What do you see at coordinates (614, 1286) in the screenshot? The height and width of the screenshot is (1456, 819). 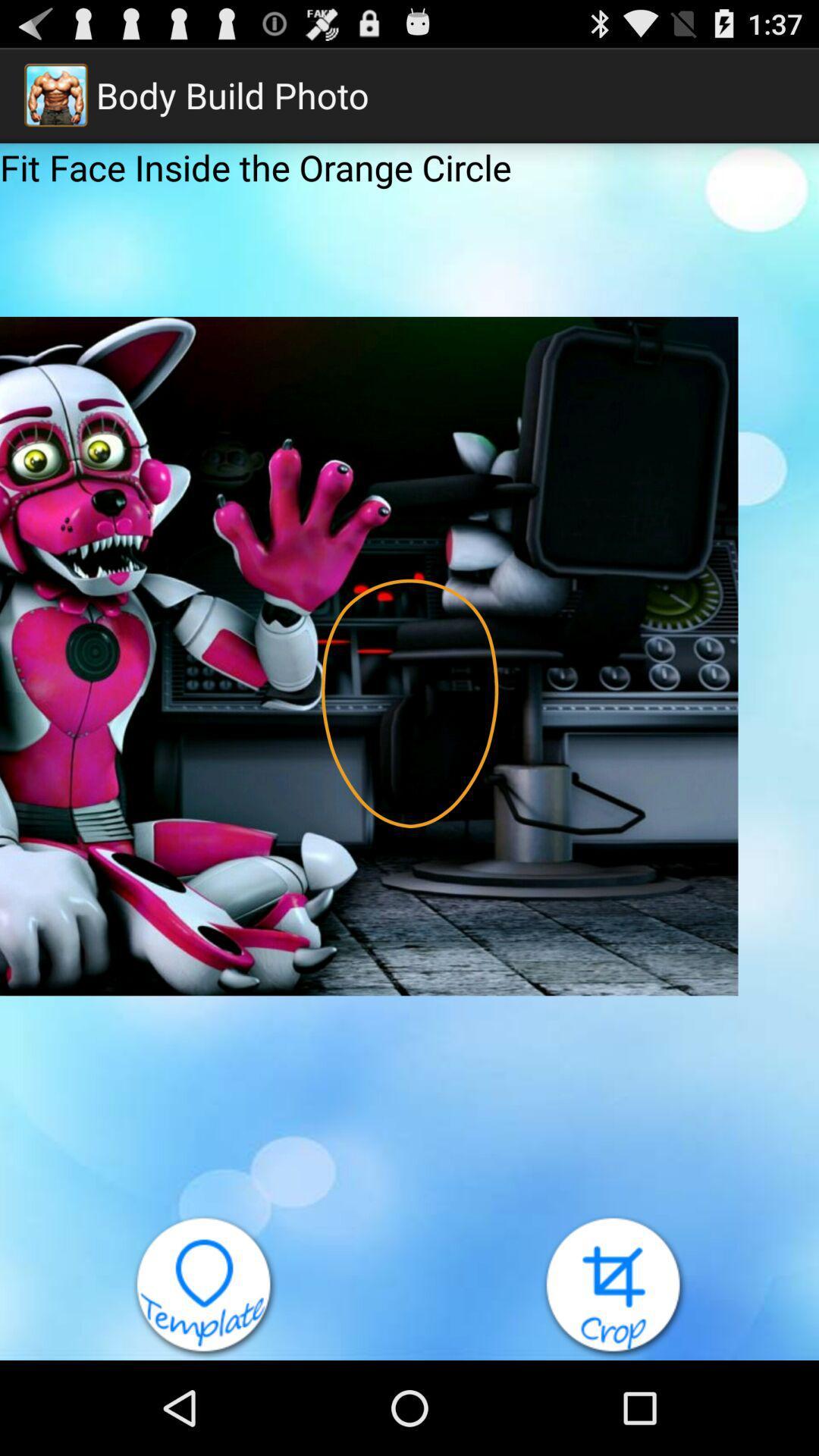 I see `crop photo` at bounding box center [614, 1286].